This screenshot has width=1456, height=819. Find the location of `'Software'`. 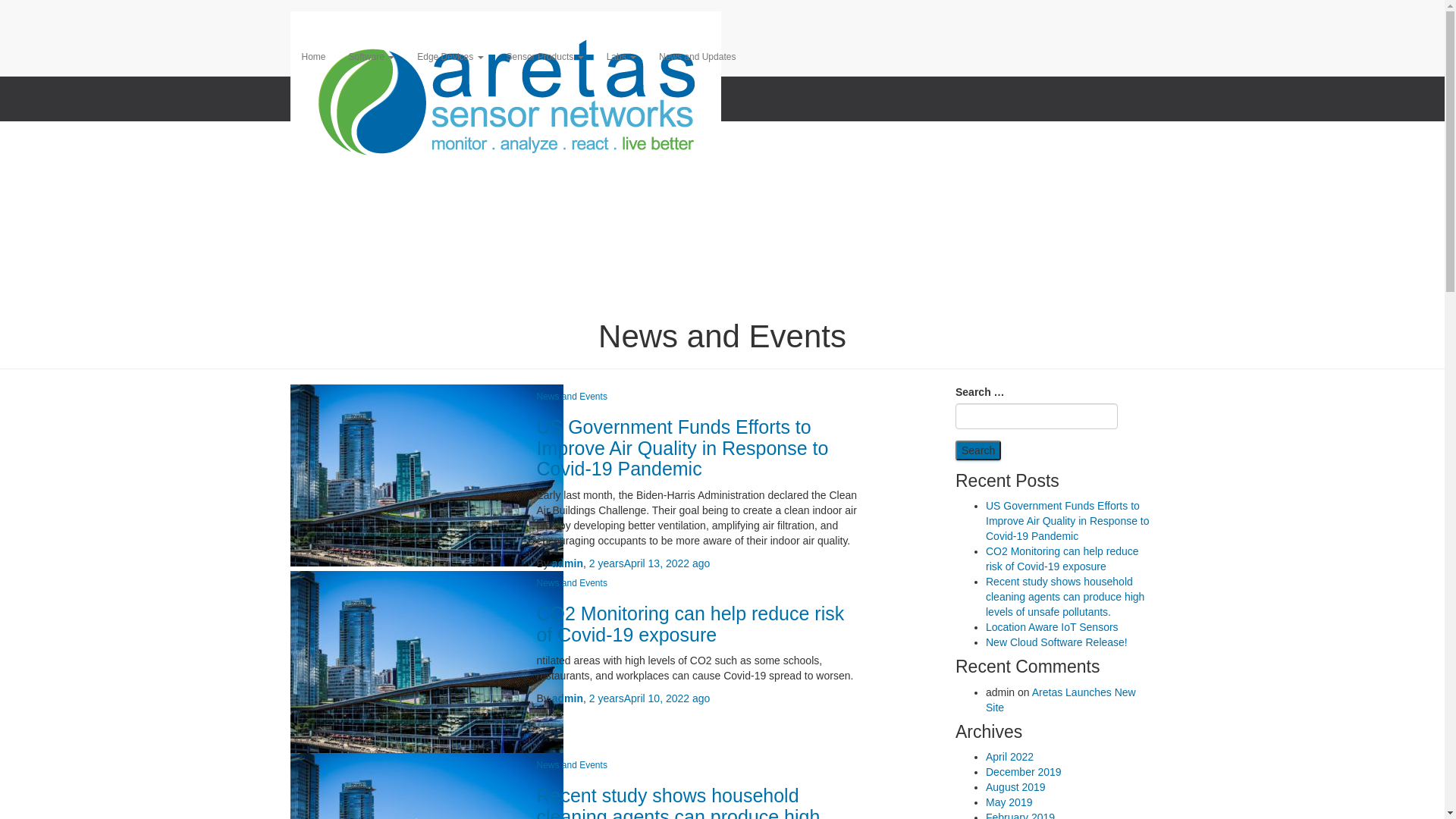

'Software' is located at coordinates (372, 55).